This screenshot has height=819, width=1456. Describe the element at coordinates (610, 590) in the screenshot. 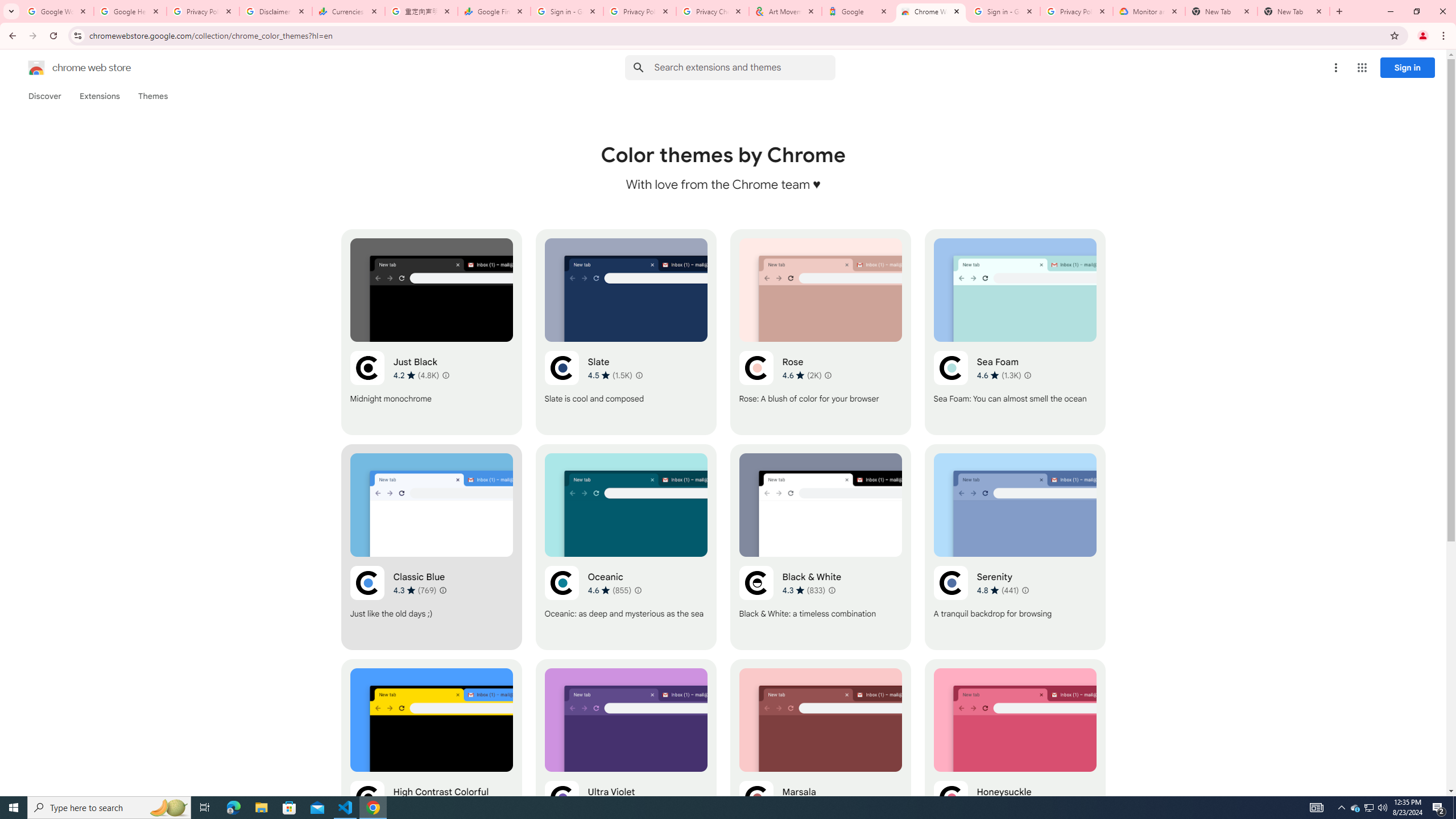

I see `'Average rating 4.6 out of 5 stars. 855 ratings.'` at that location.